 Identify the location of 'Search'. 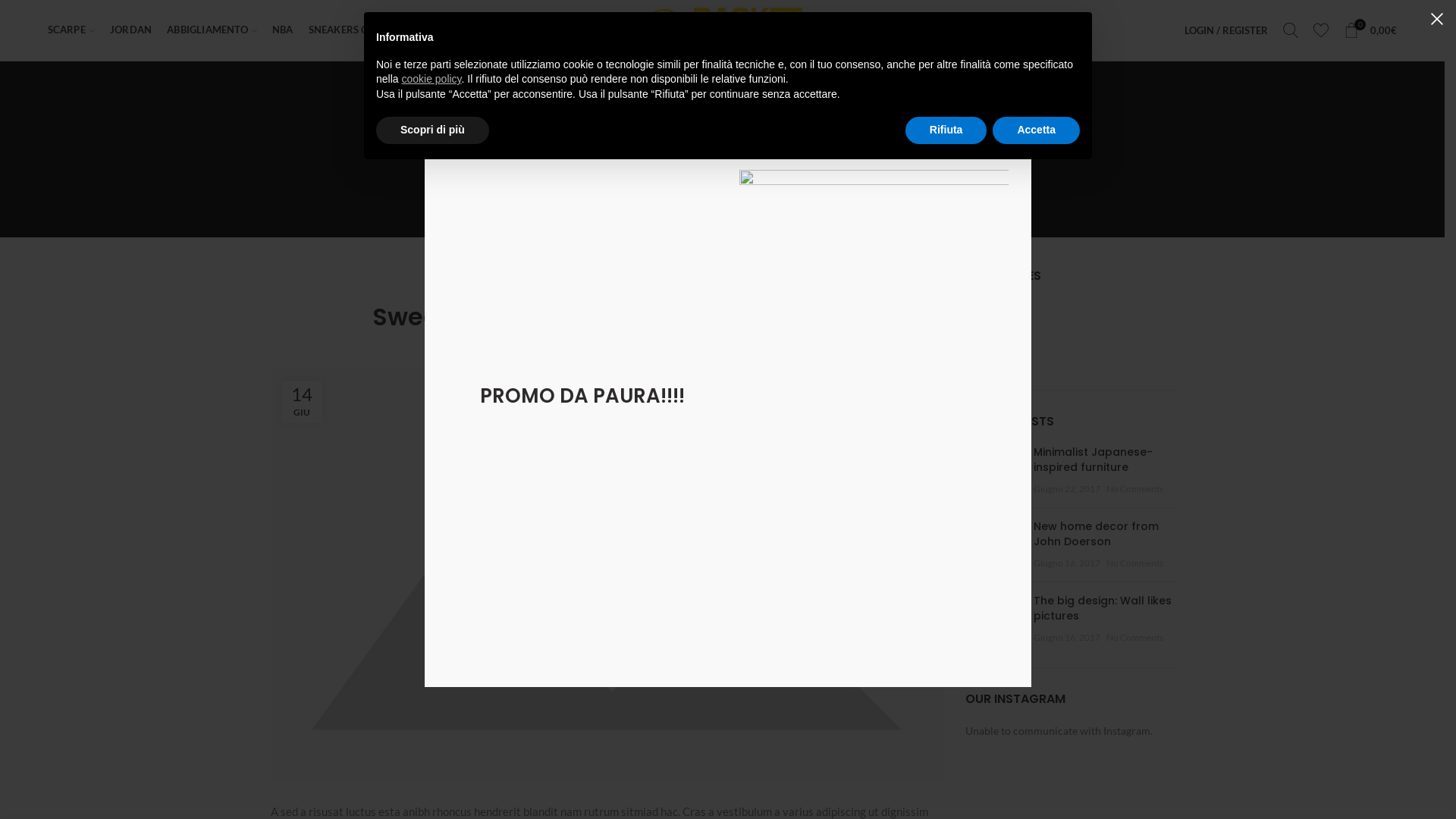
(1290, 30).